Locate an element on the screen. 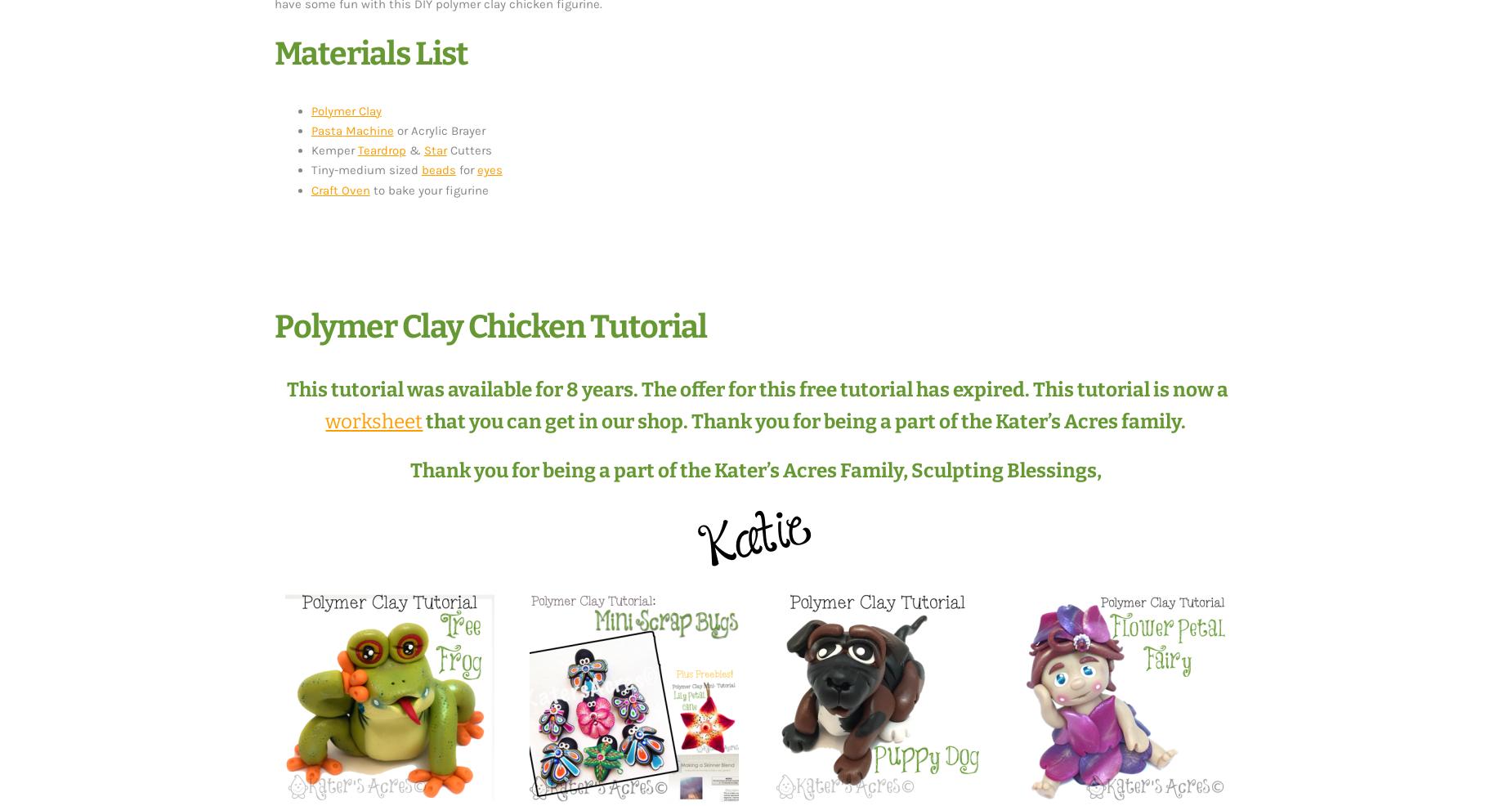 The height and width of the screenshot is (806, 1512). 'Kemper' is located at coordinates (333, 149).